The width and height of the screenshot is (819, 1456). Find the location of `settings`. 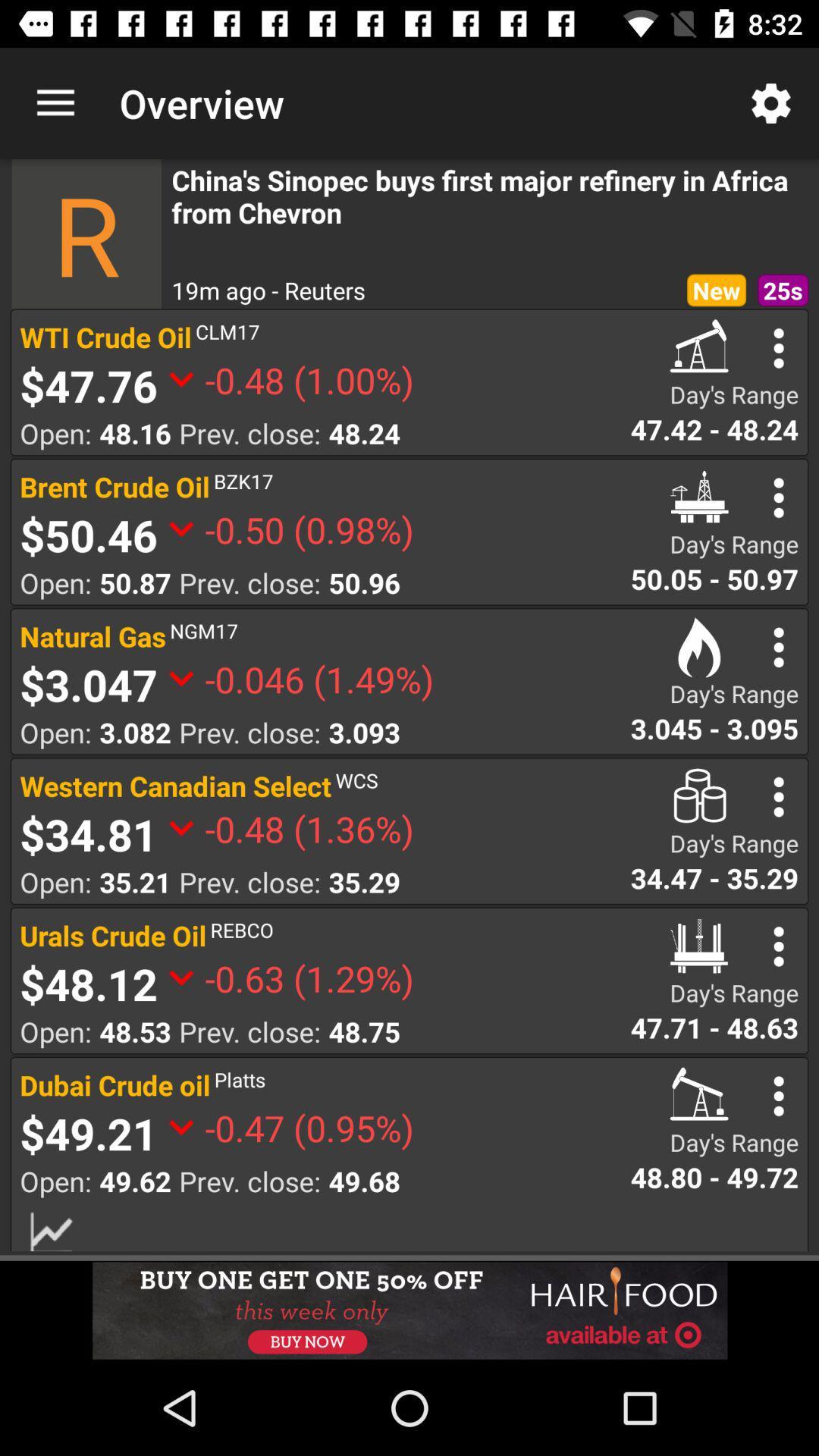

settings is located at coordinates (779, 796).